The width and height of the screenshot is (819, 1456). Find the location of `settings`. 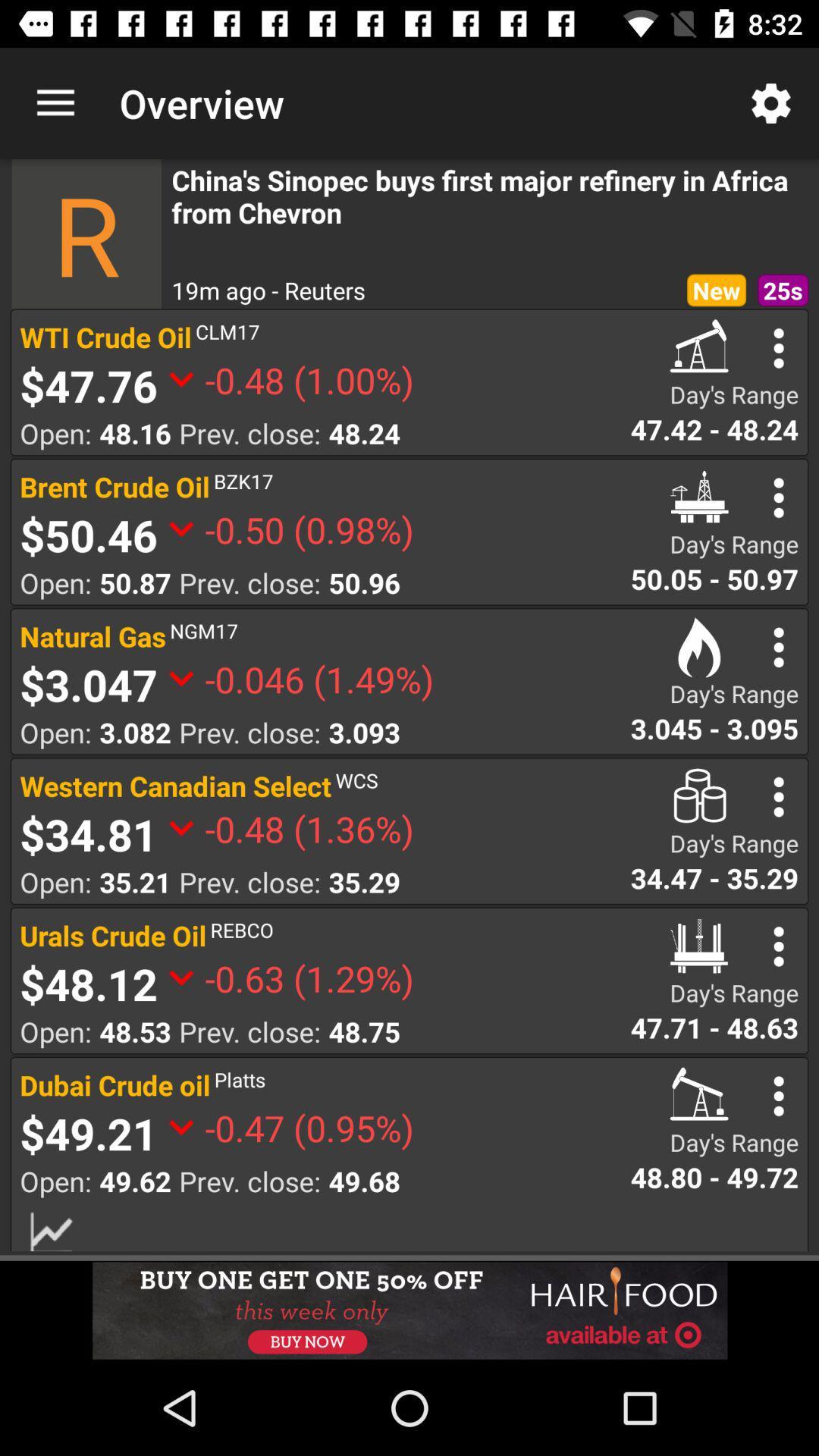

settings is located at coordinates (779, 796).